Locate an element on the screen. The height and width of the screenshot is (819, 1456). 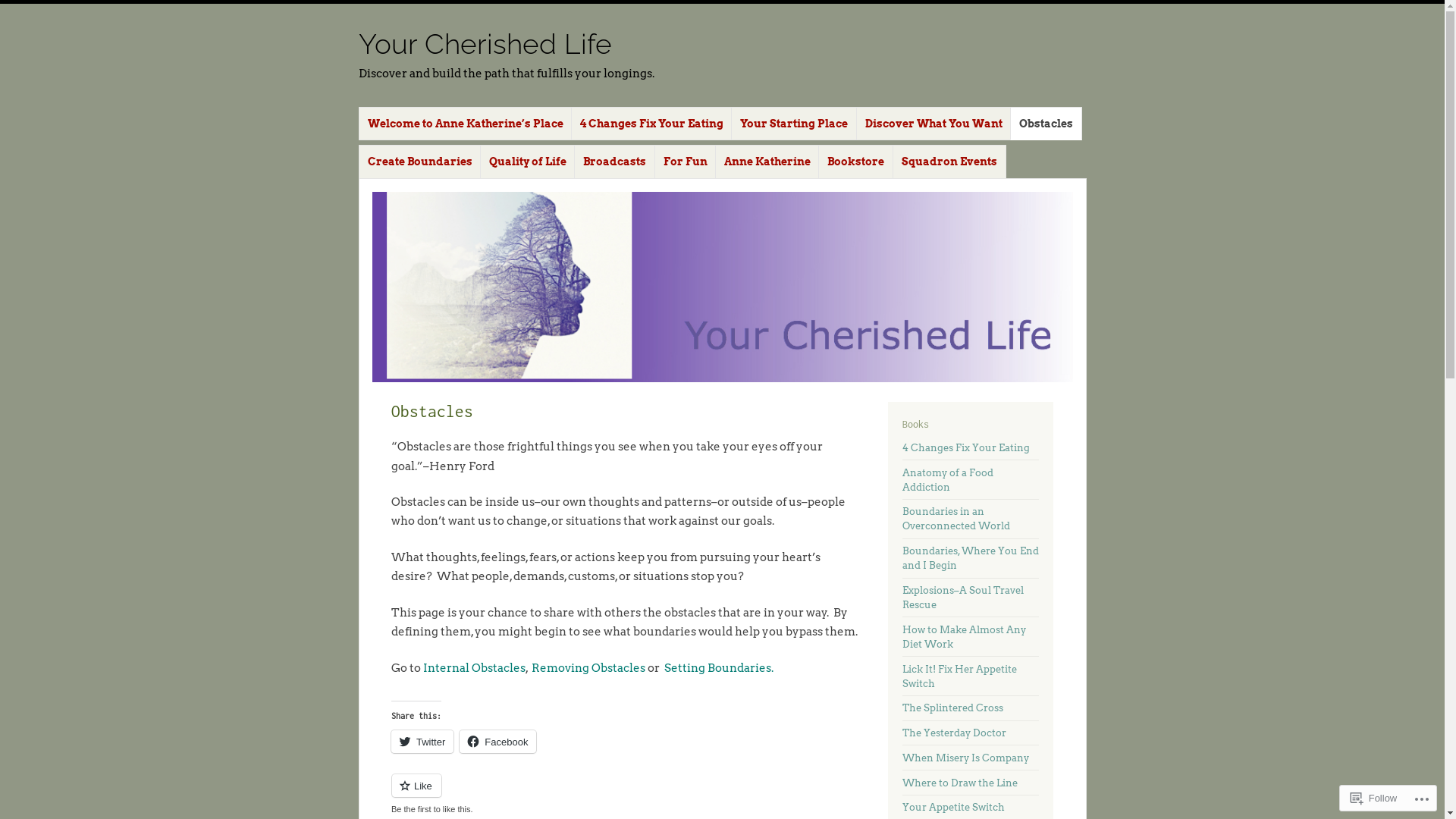
'Like or Reblog' is located at coordinates (624, 793).